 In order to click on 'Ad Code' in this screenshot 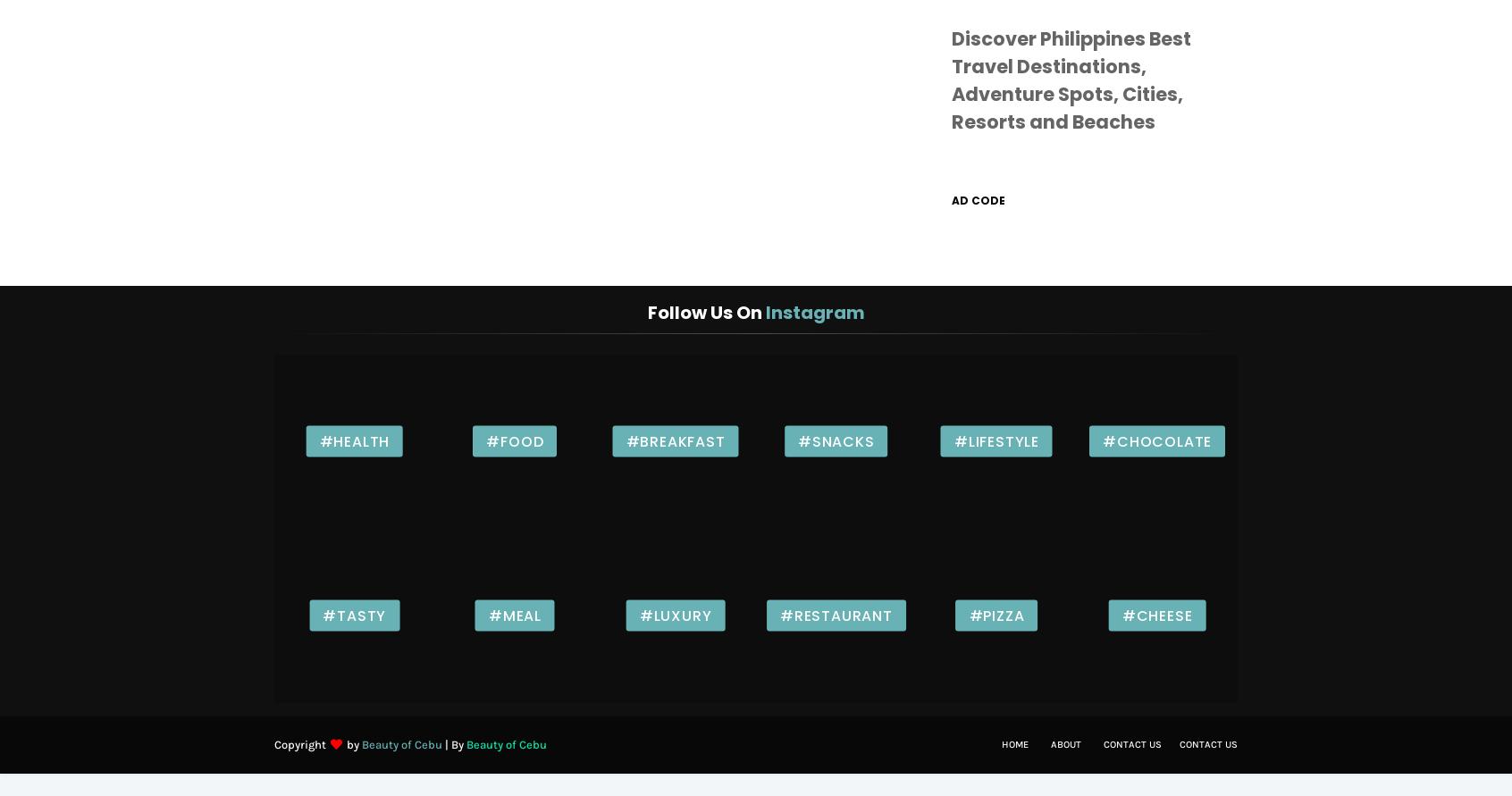, I will do `click(979, 199)`.